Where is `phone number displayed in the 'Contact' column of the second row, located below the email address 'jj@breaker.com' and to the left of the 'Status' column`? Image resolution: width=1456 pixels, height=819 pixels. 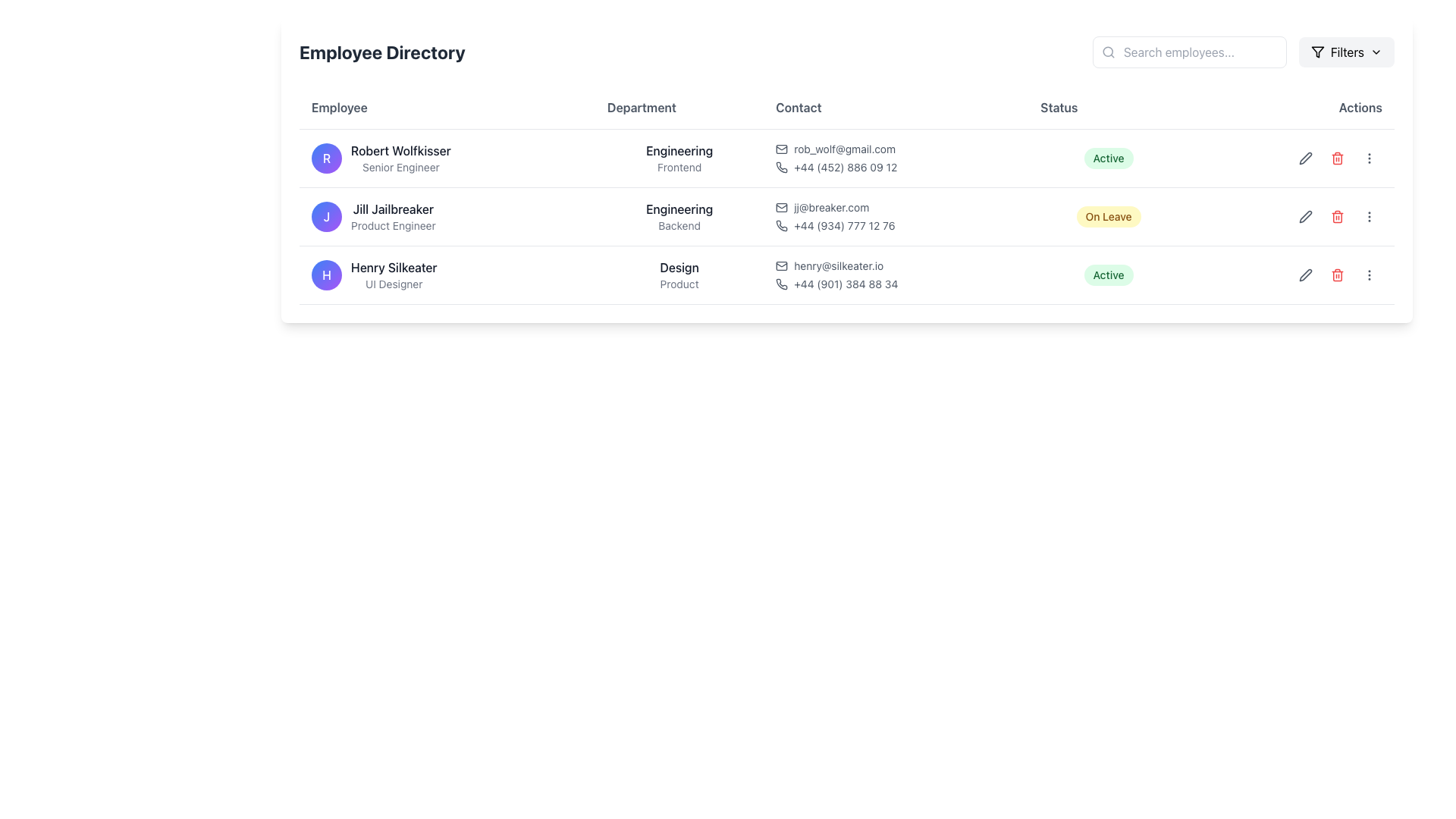 phone number displayed in the 'Contact' column of the second row, located below the email address 'jj@breaker.com' and to the left of the 'Status' column is located at coordinates (896, 225).